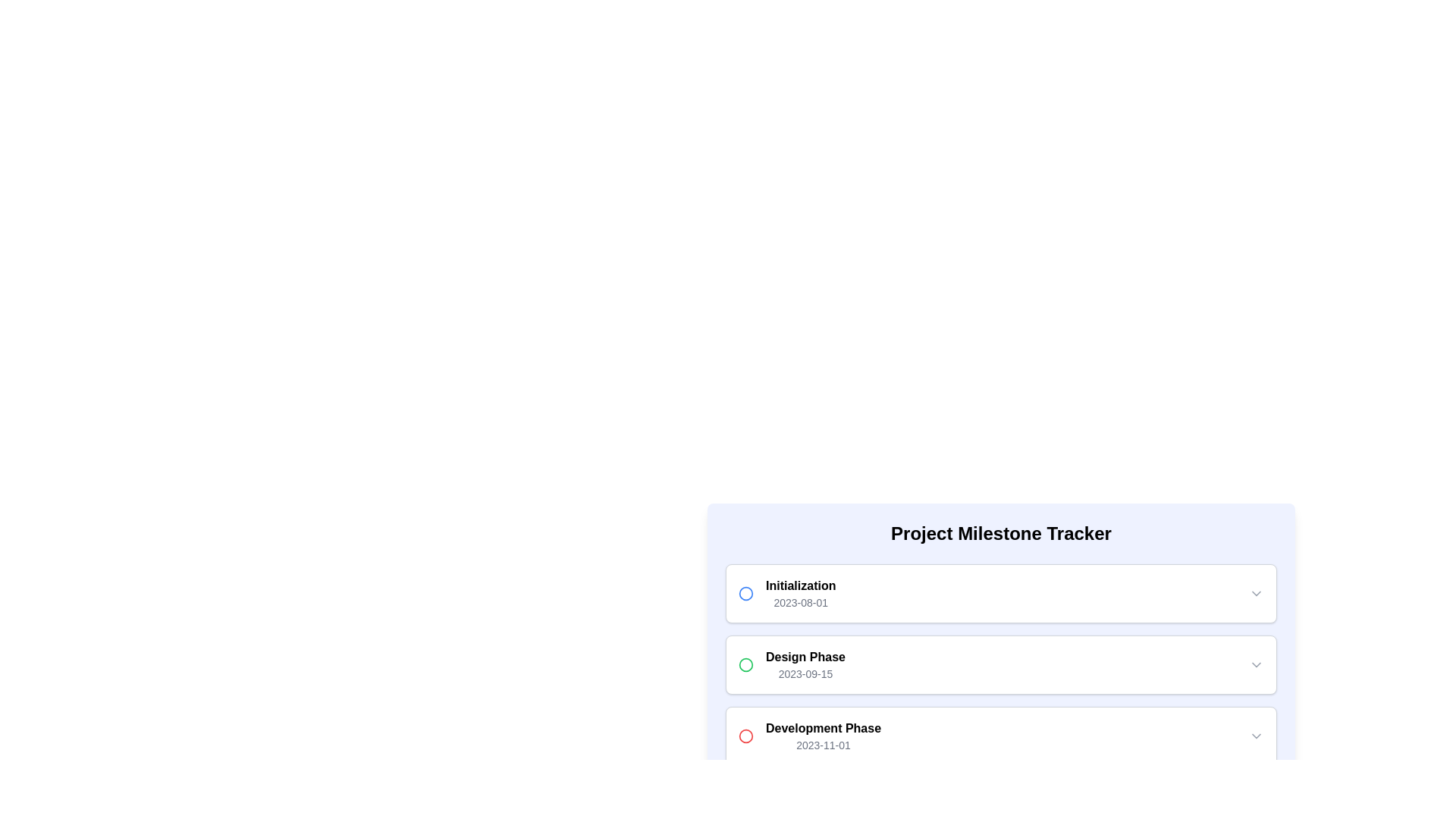 The width and height of the screenshot is (1456, 819). I want to click on the dropdown arrow in the 'Design Phase' collapsible section of the 'Project Milestone Tracker', so click(1001, 664).